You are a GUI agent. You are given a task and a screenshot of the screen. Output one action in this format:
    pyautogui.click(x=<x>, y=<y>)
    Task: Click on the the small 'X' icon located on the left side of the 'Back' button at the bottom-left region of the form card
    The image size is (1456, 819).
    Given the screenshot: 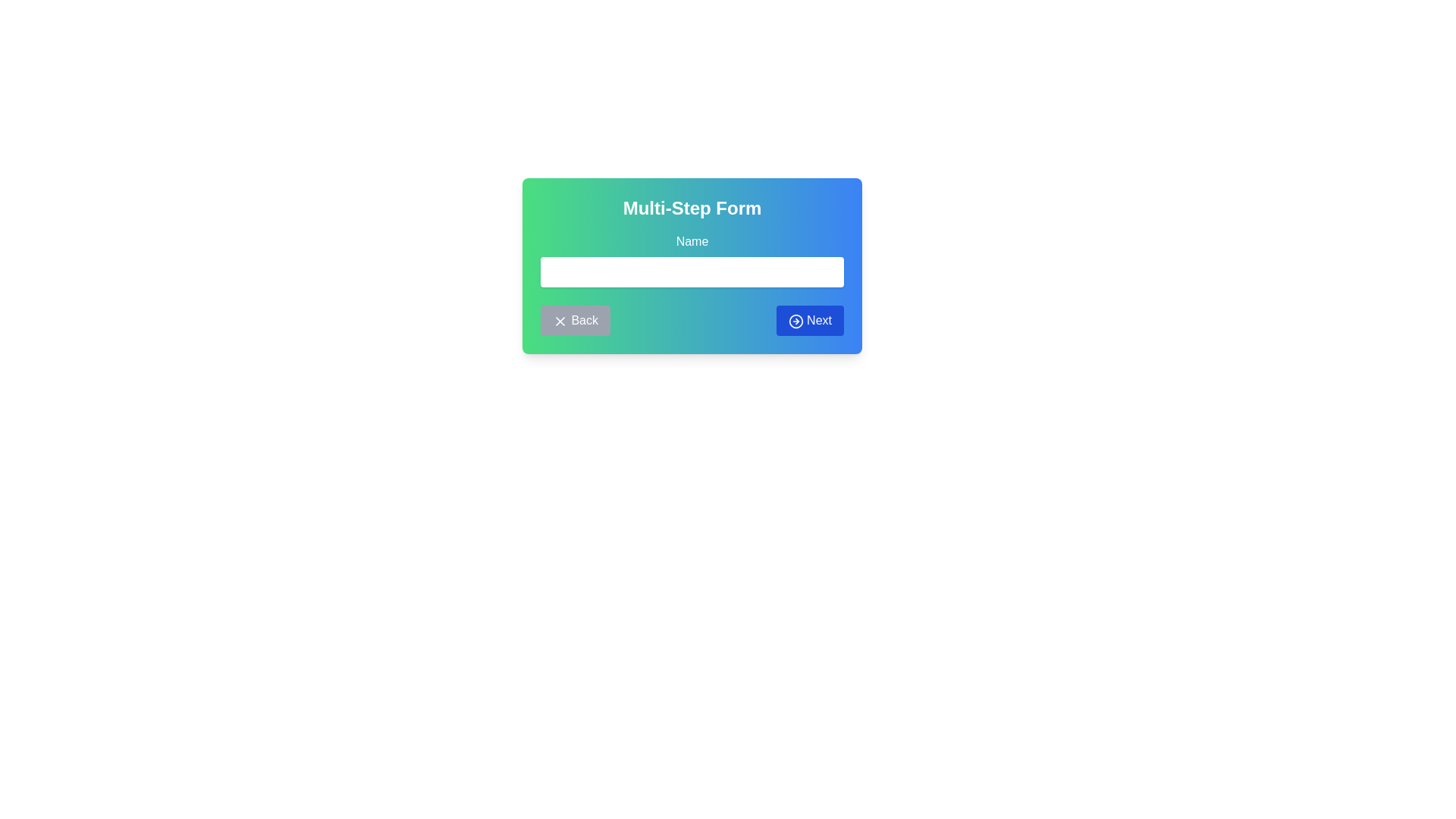 What is the action you would take?
    pyautogui.click(x=560, y=320)
    